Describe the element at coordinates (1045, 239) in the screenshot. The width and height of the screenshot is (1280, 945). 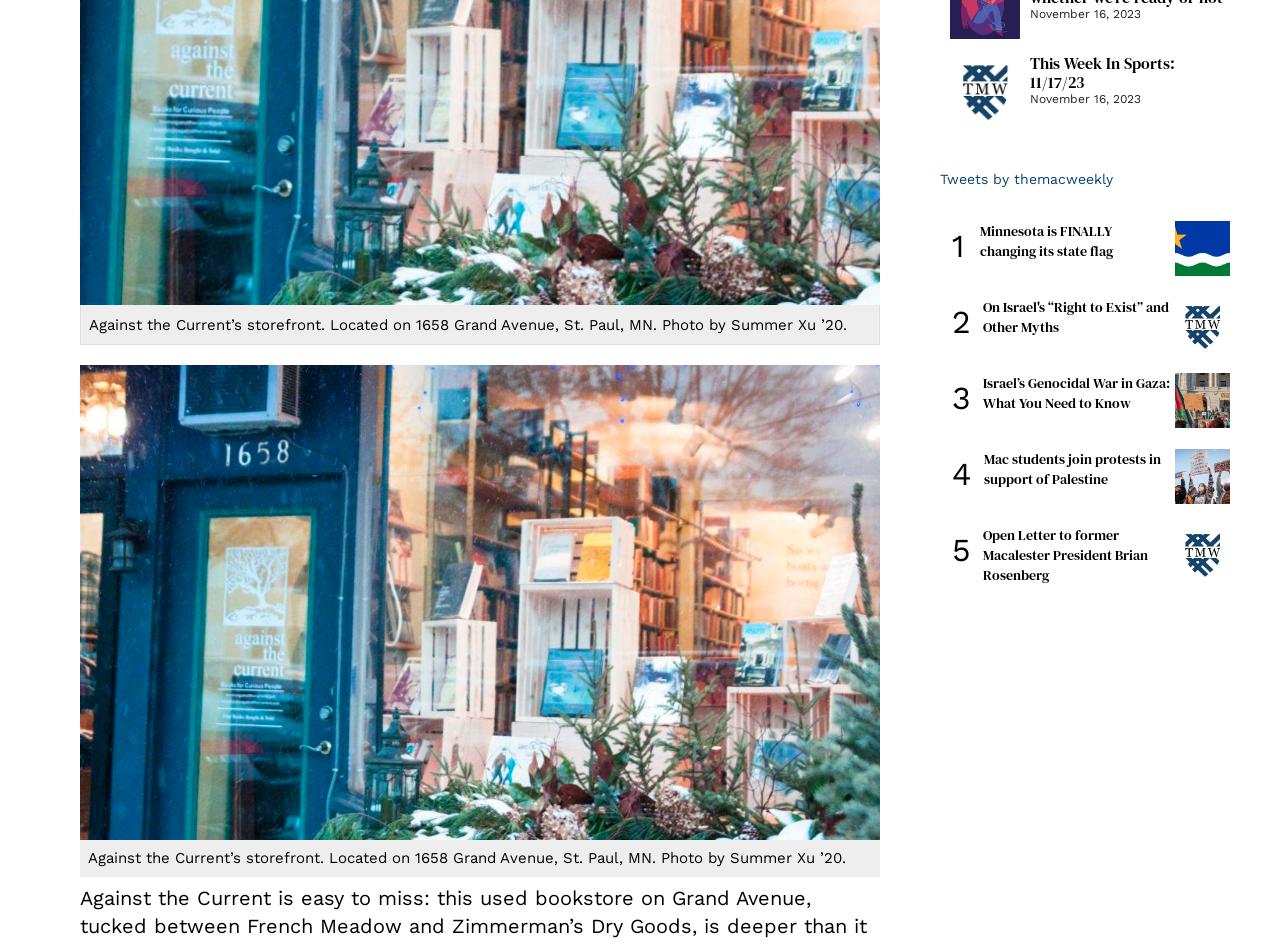
I see `'Minnesota is FINALLY changing its state flag'` at that location.